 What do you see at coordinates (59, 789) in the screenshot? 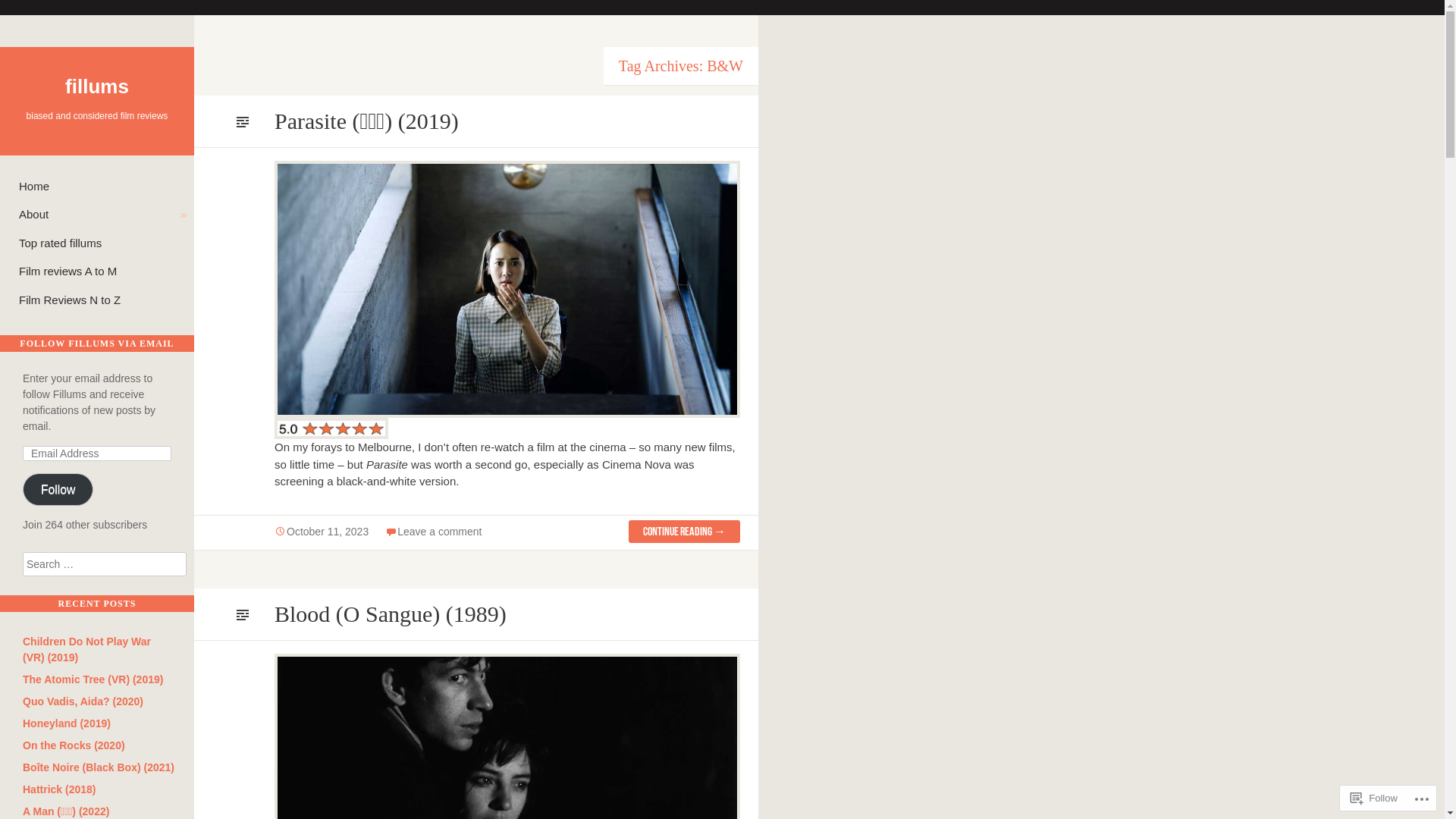
I see `'Hattrick (2018)'` at bounding box center [59, 789].